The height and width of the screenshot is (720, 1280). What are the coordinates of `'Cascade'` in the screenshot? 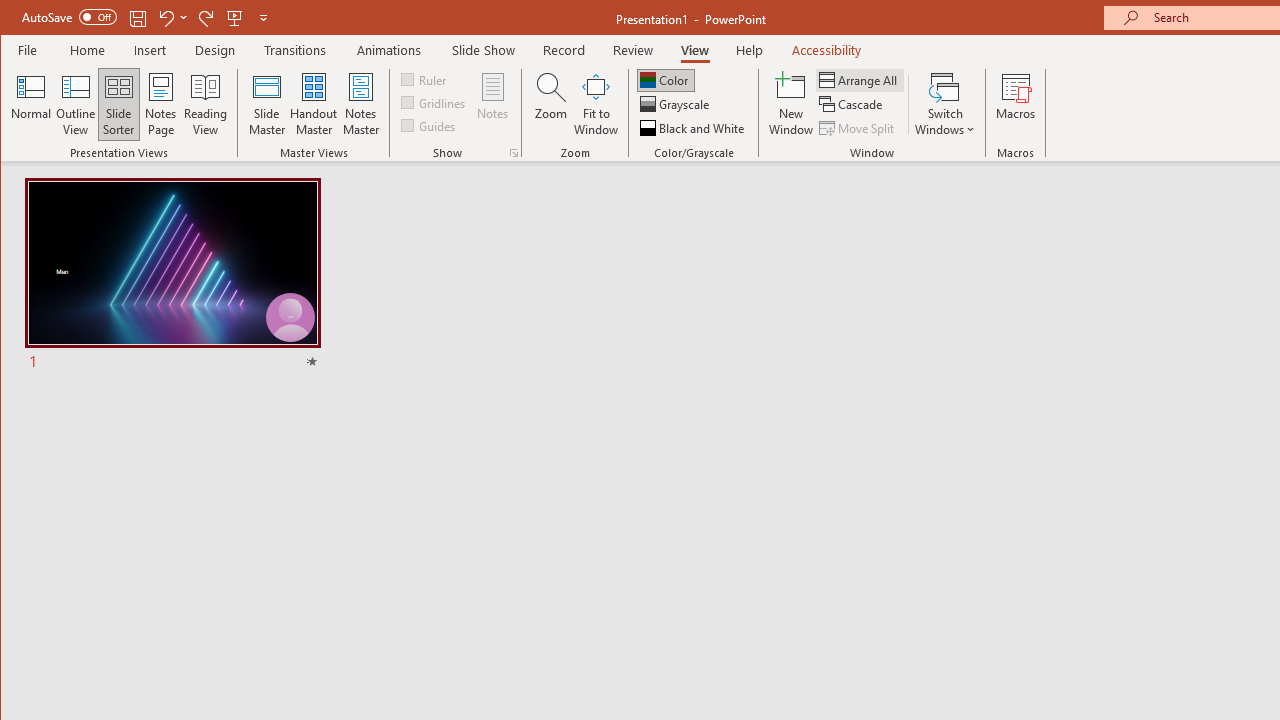 It's located at (853, 104).